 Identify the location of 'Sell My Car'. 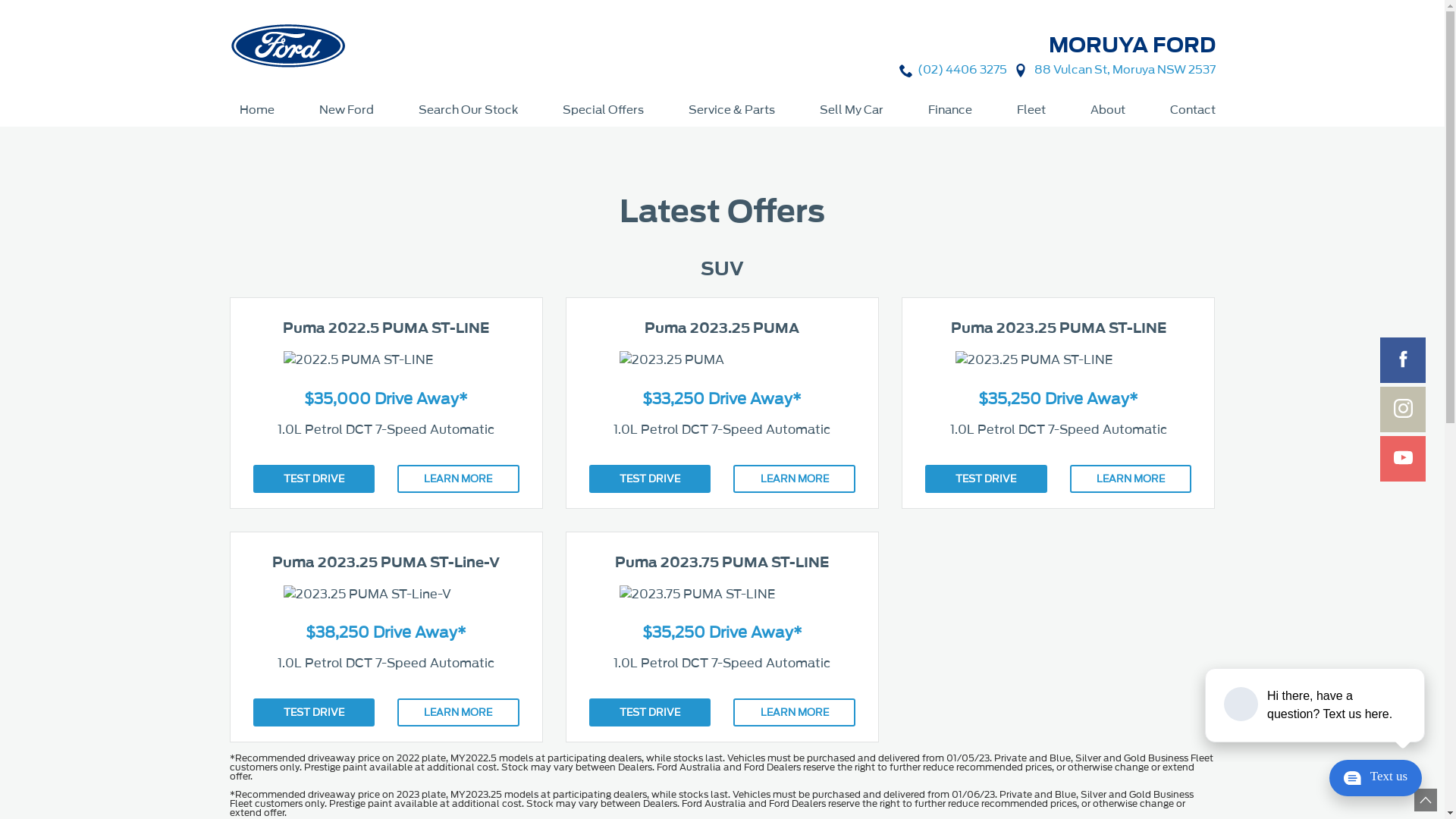
(852, 109).